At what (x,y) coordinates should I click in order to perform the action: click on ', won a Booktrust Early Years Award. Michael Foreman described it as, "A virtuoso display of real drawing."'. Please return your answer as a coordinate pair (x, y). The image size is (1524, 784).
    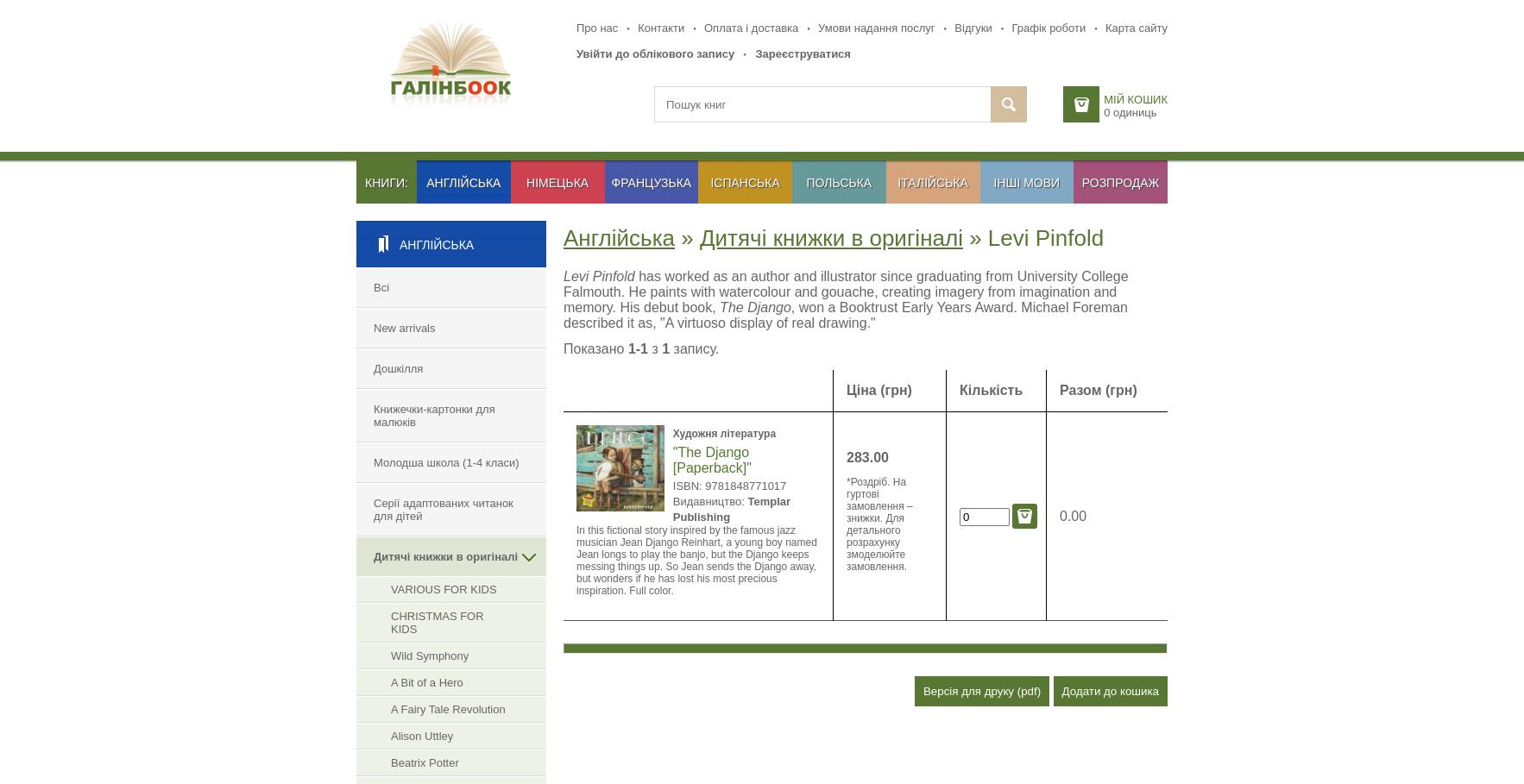
    Looking at the image, I should click on (844, 314).